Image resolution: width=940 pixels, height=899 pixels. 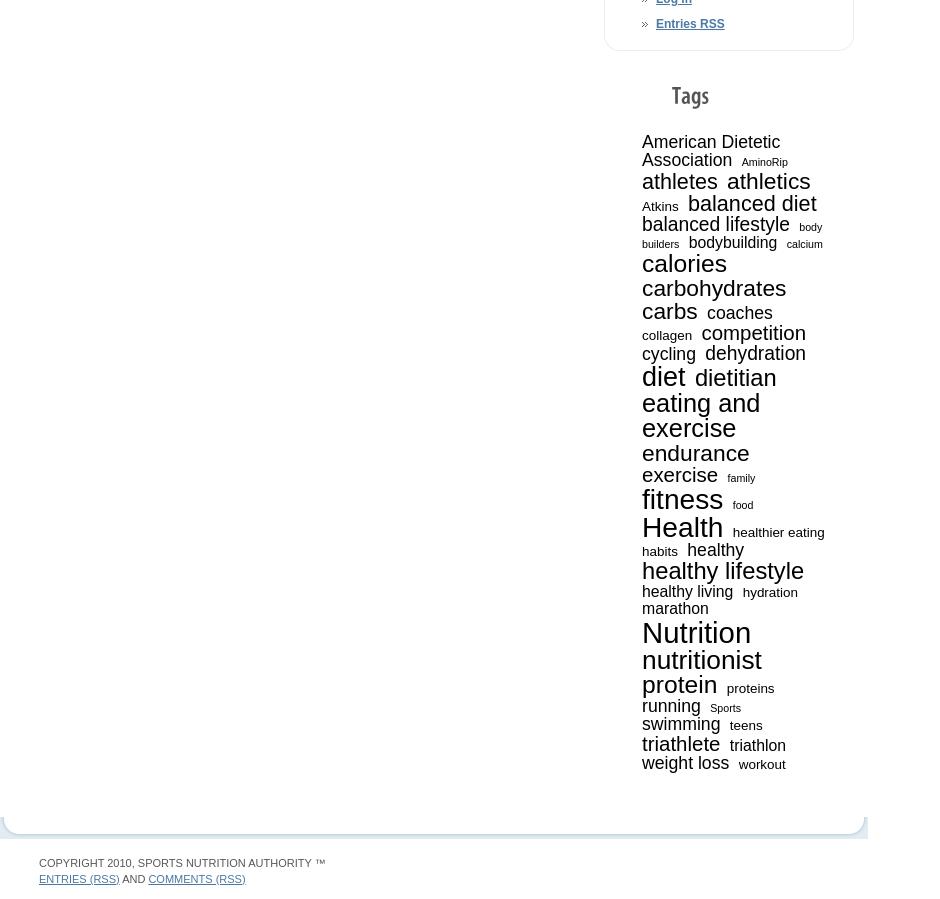 I want to click on 'running', so click(x=669, y=703).